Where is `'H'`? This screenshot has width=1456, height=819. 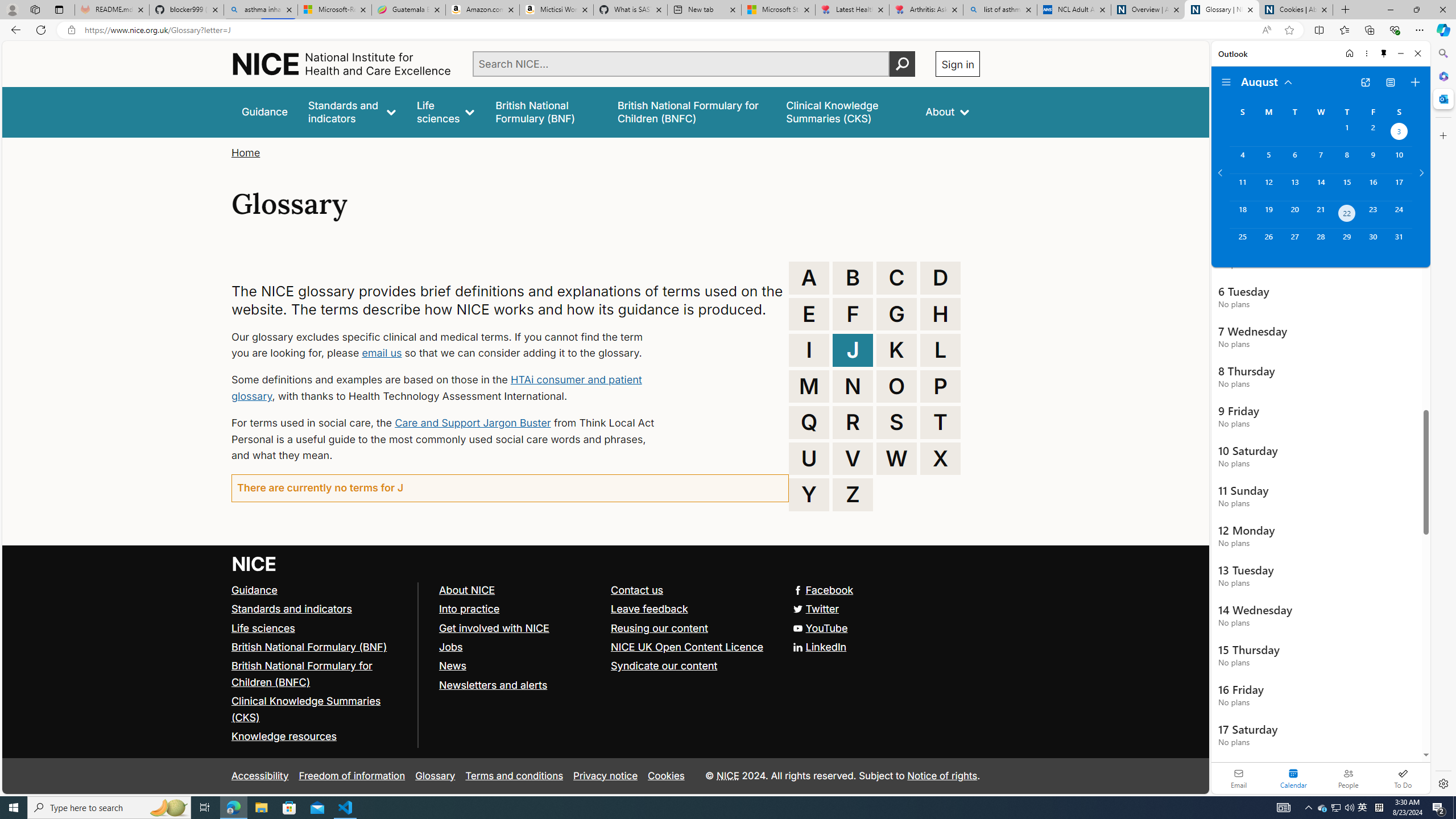
'H' is located at coordinates (940, 313).